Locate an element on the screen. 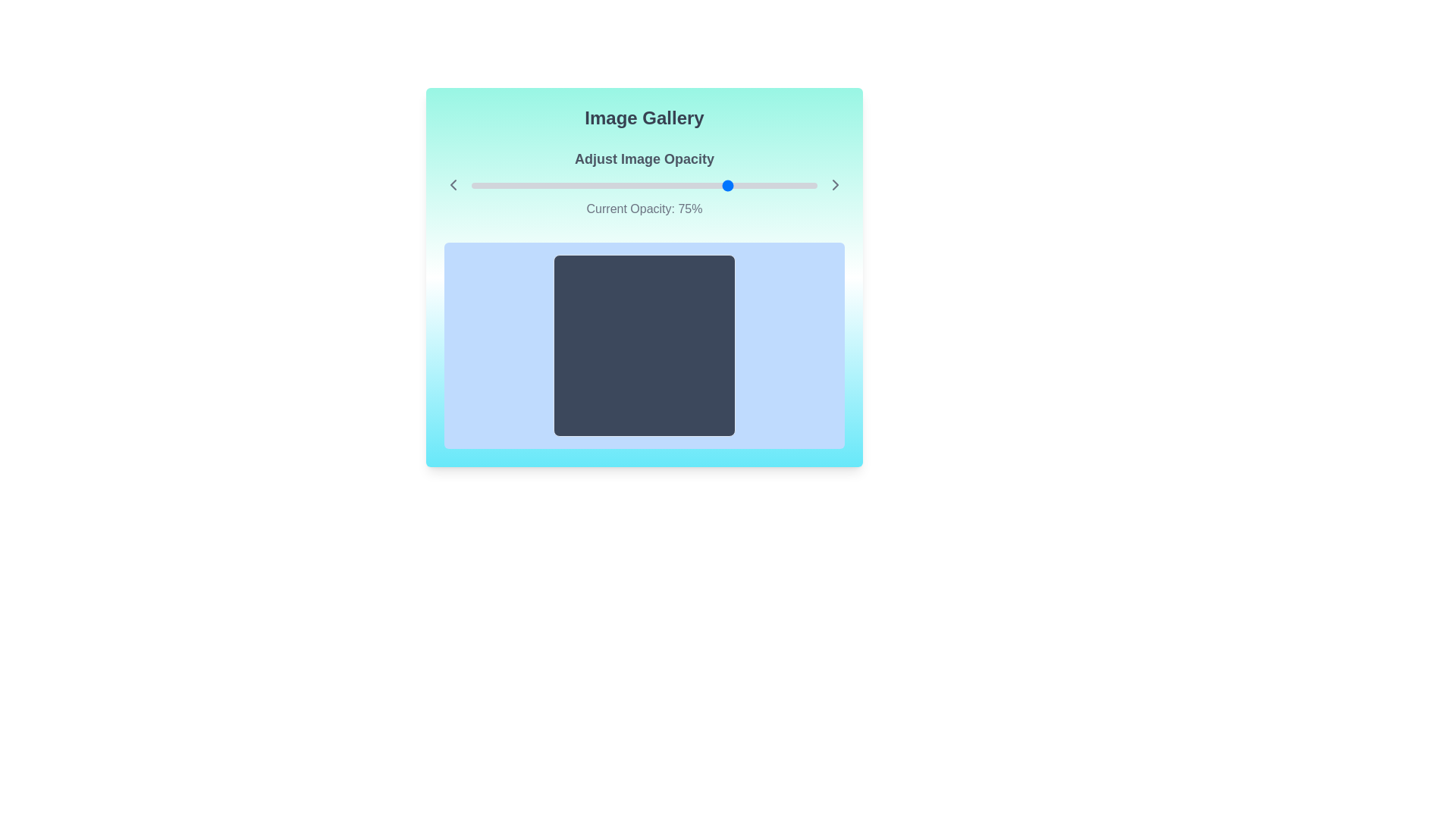 This screenshot has width=1456, height=819. the image opacity slider to 81% is located at coordinates (752, 185).